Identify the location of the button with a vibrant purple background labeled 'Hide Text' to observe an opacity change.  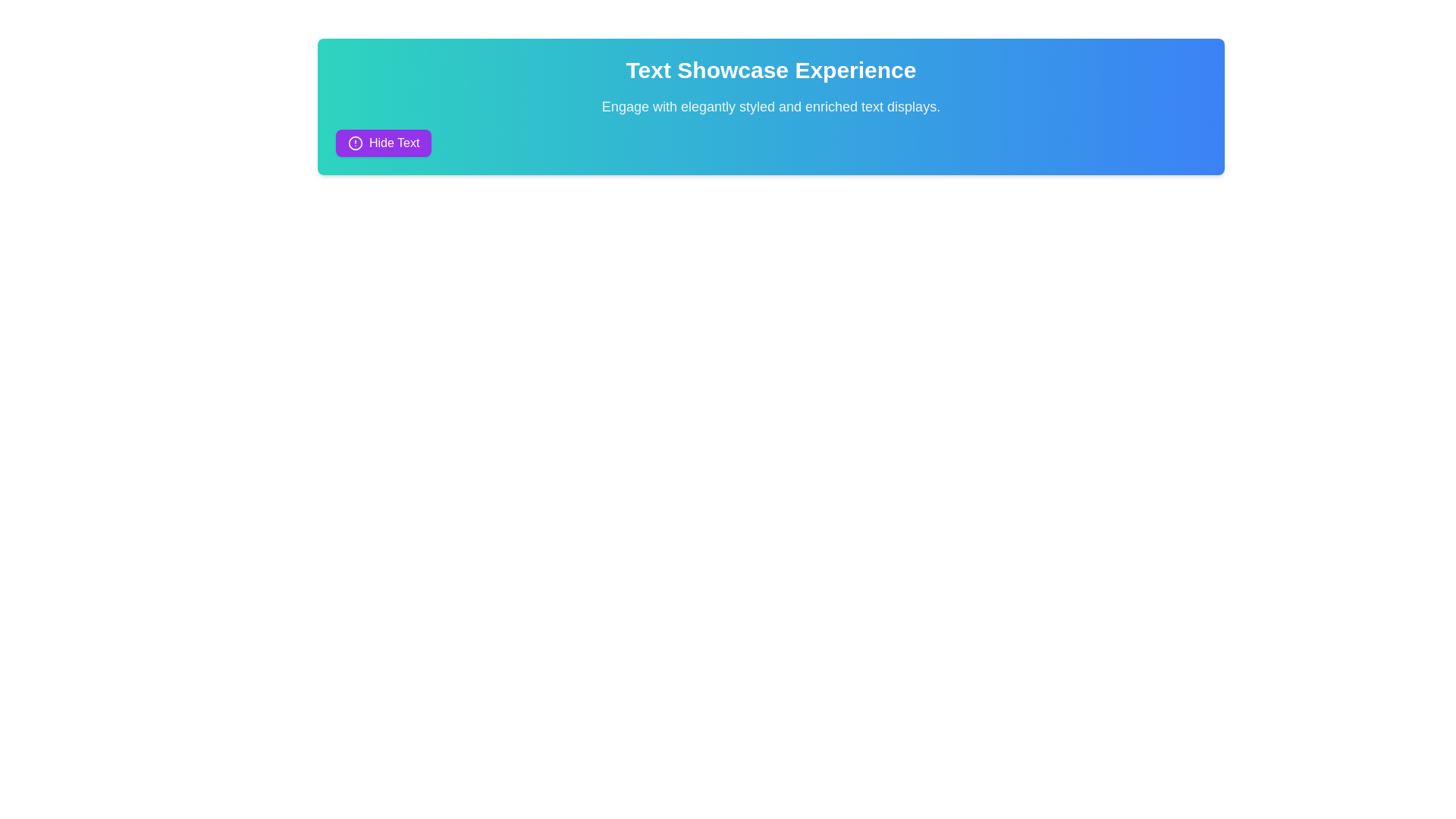
(384, 143).